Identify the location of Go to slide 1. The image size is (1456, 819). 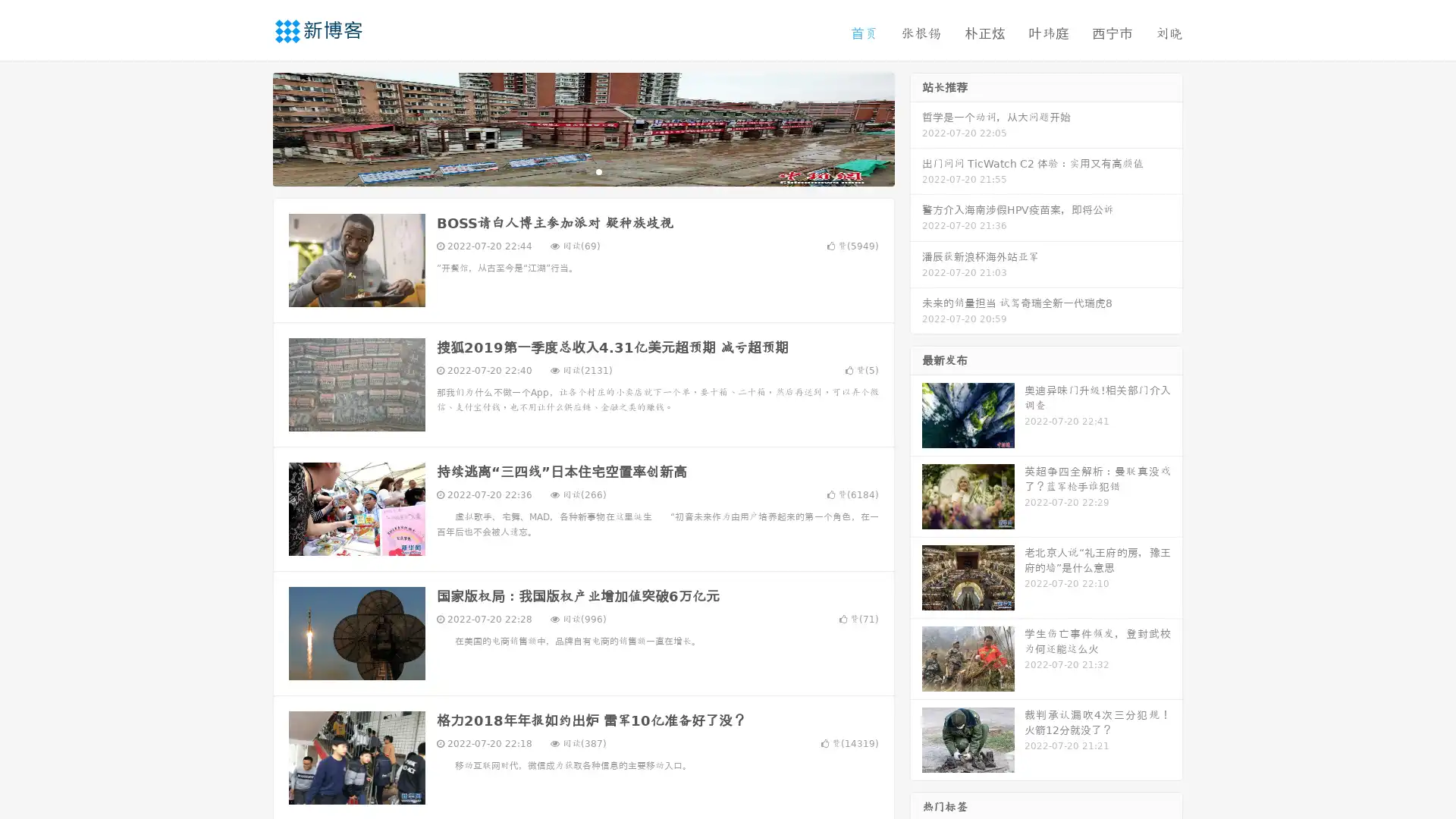
(567, 171).